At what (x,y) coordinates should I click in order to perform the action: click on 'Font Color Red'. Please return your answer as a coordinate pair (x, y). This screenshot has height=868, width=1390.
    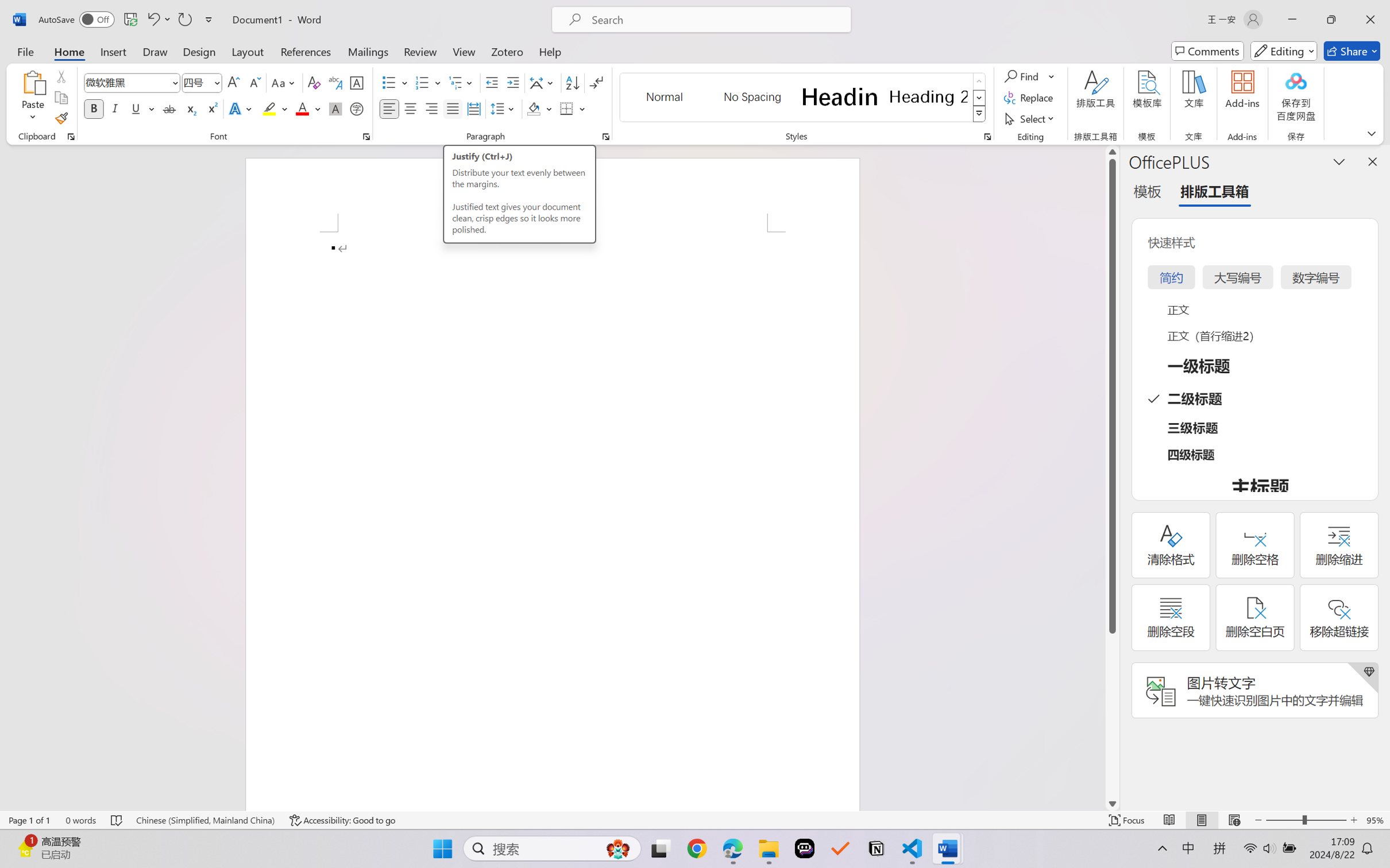
    Looking at the image, I should click on (303, 108).